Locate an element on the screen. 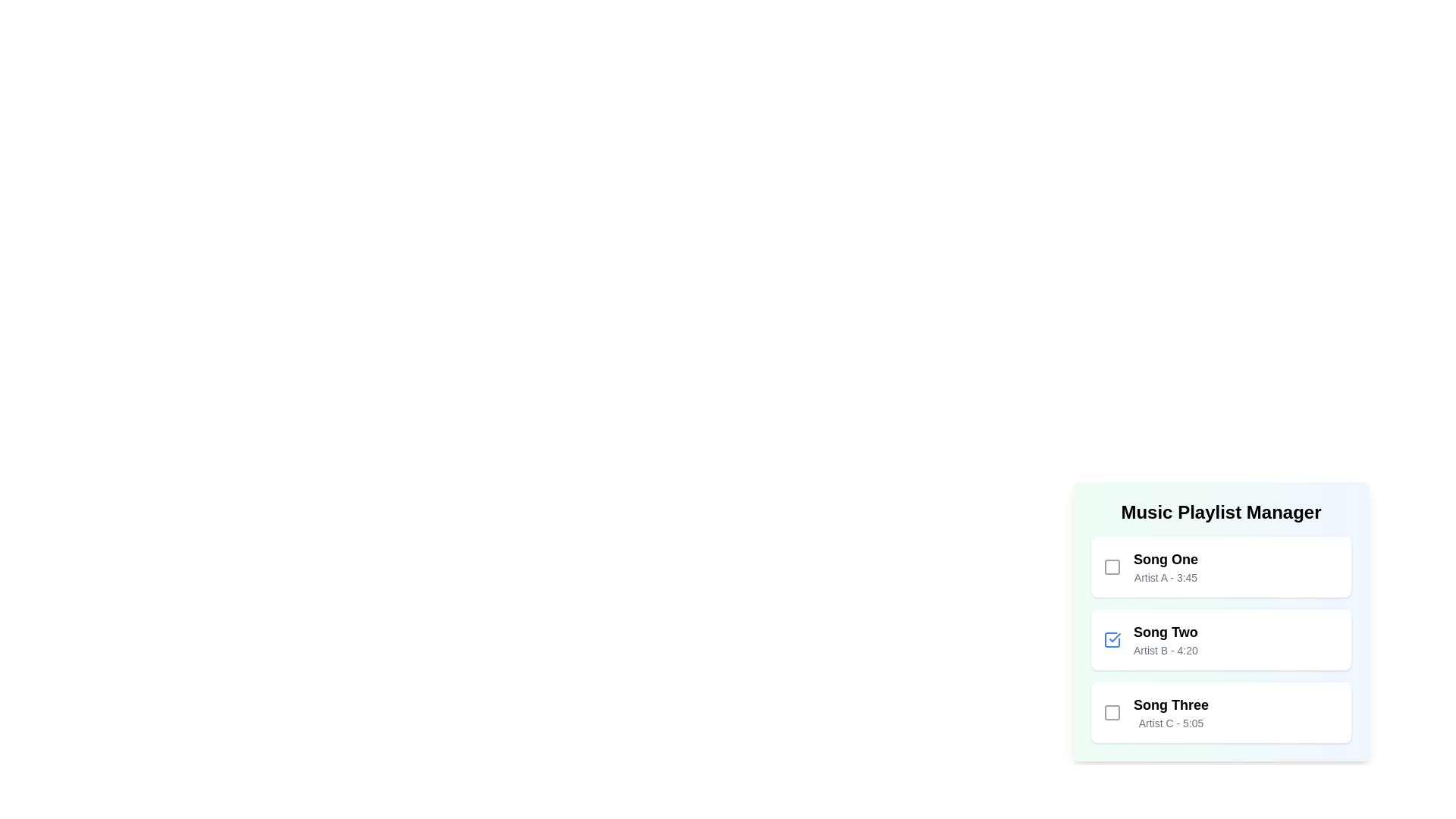 This screenshot has width=1456, height=819. the third item in the music playlist manager that displays information about a song, including its title, artist, and duration is located at coordinates (1170, 713).